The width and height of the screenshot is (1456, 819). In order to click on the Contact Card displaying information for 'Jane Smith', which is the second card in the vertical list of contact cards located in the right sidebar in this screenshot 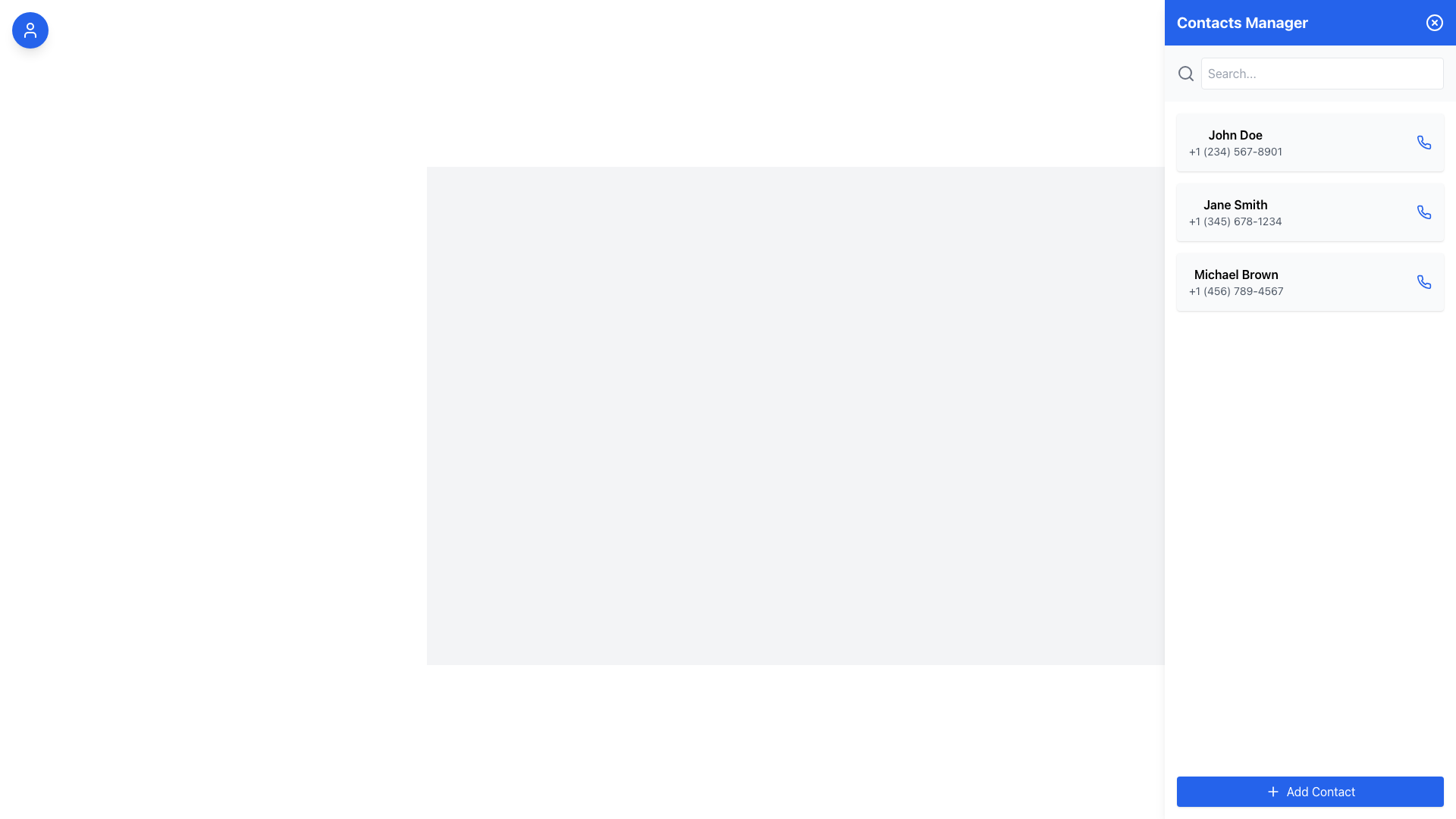, I will do `click(1310, 212)`.